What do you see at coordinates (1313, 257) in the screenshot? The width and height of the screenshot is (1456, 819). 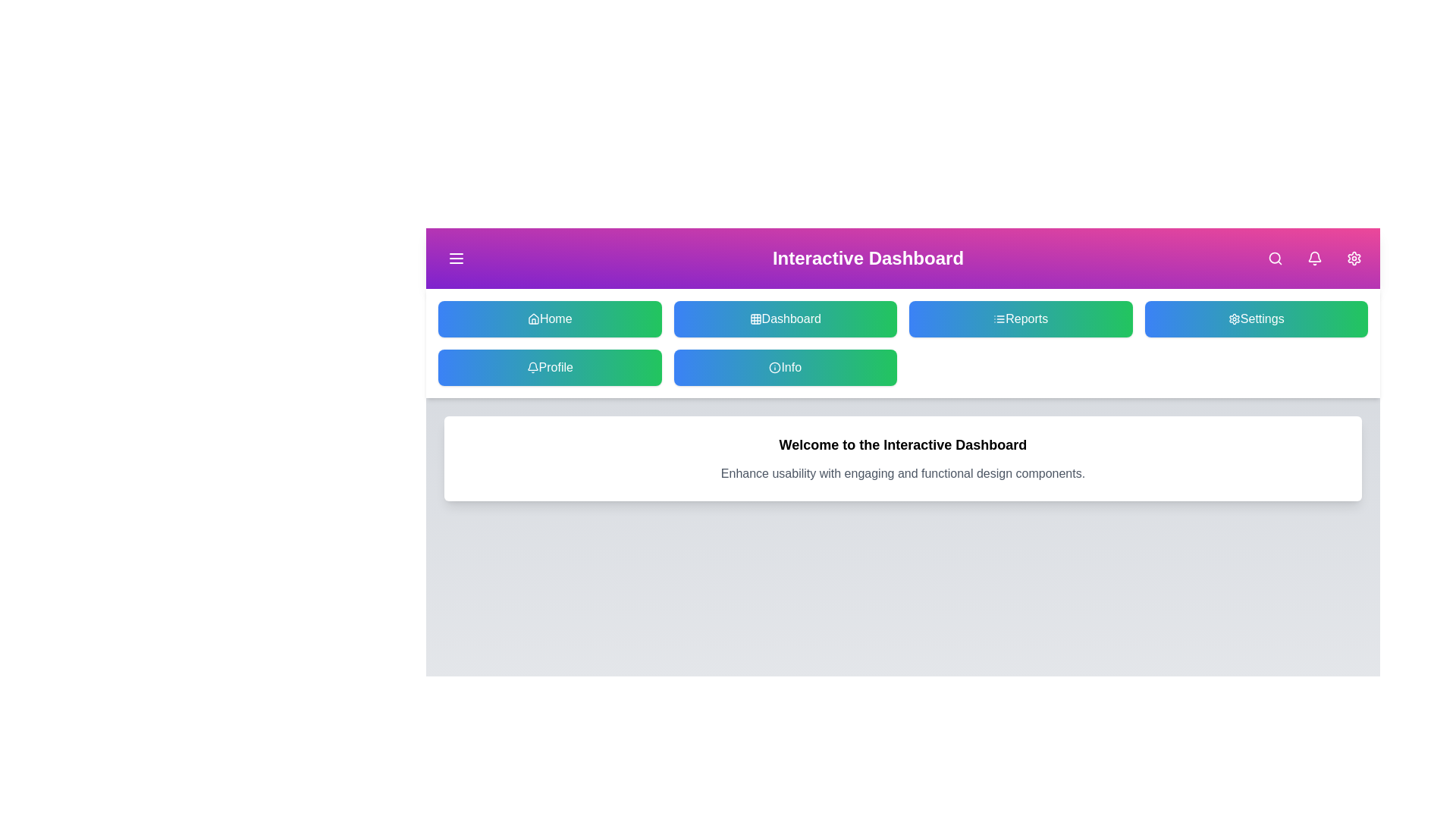 I see `the Bell button in the header navigation` at bounding box center [1313, 257].